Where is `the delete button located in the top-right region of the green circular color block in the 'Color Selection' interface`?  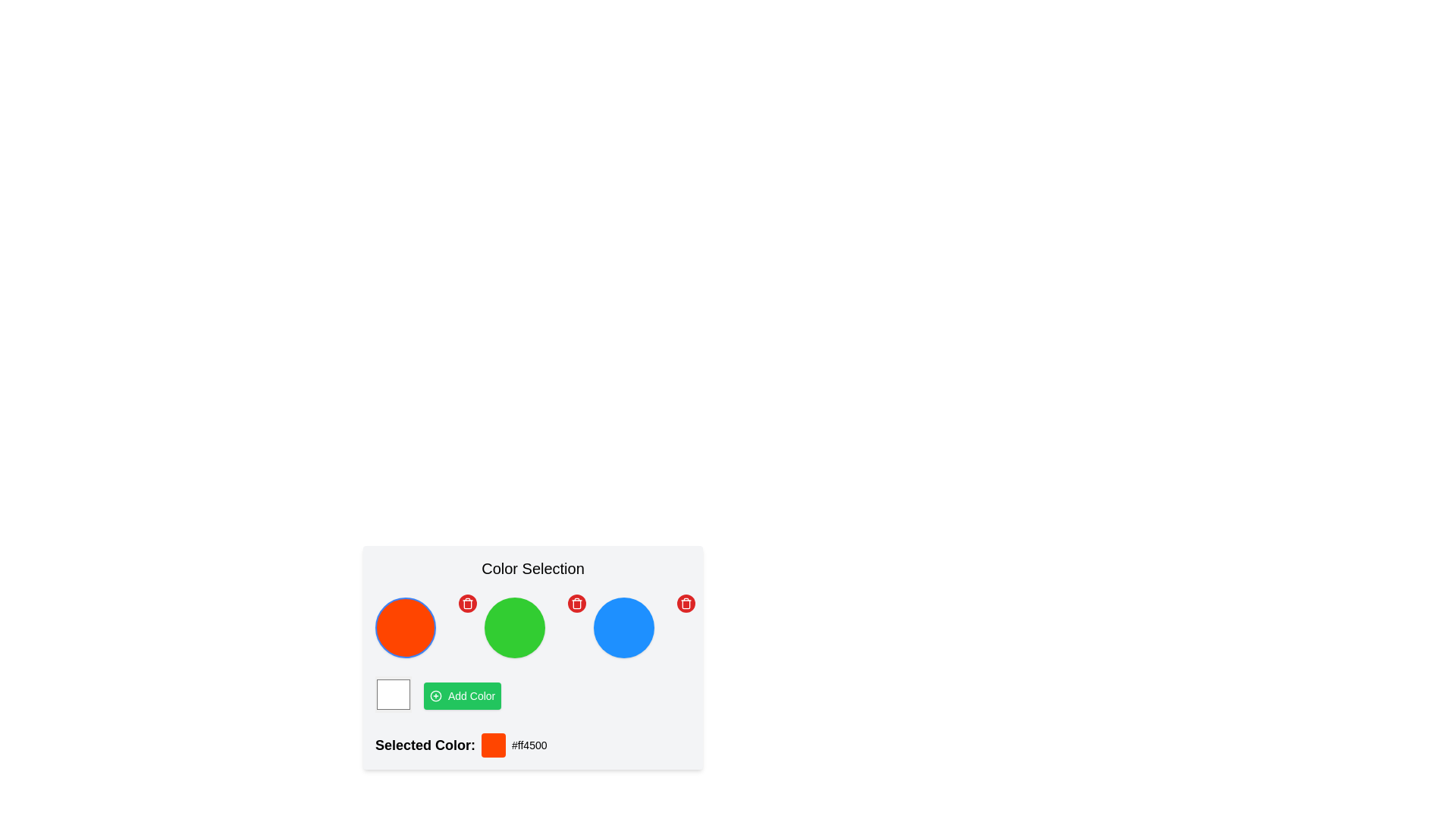 the delete button located in the top-right region of the green circular color block in the 'Color Selection' interface is located at coordinates (576, 602).